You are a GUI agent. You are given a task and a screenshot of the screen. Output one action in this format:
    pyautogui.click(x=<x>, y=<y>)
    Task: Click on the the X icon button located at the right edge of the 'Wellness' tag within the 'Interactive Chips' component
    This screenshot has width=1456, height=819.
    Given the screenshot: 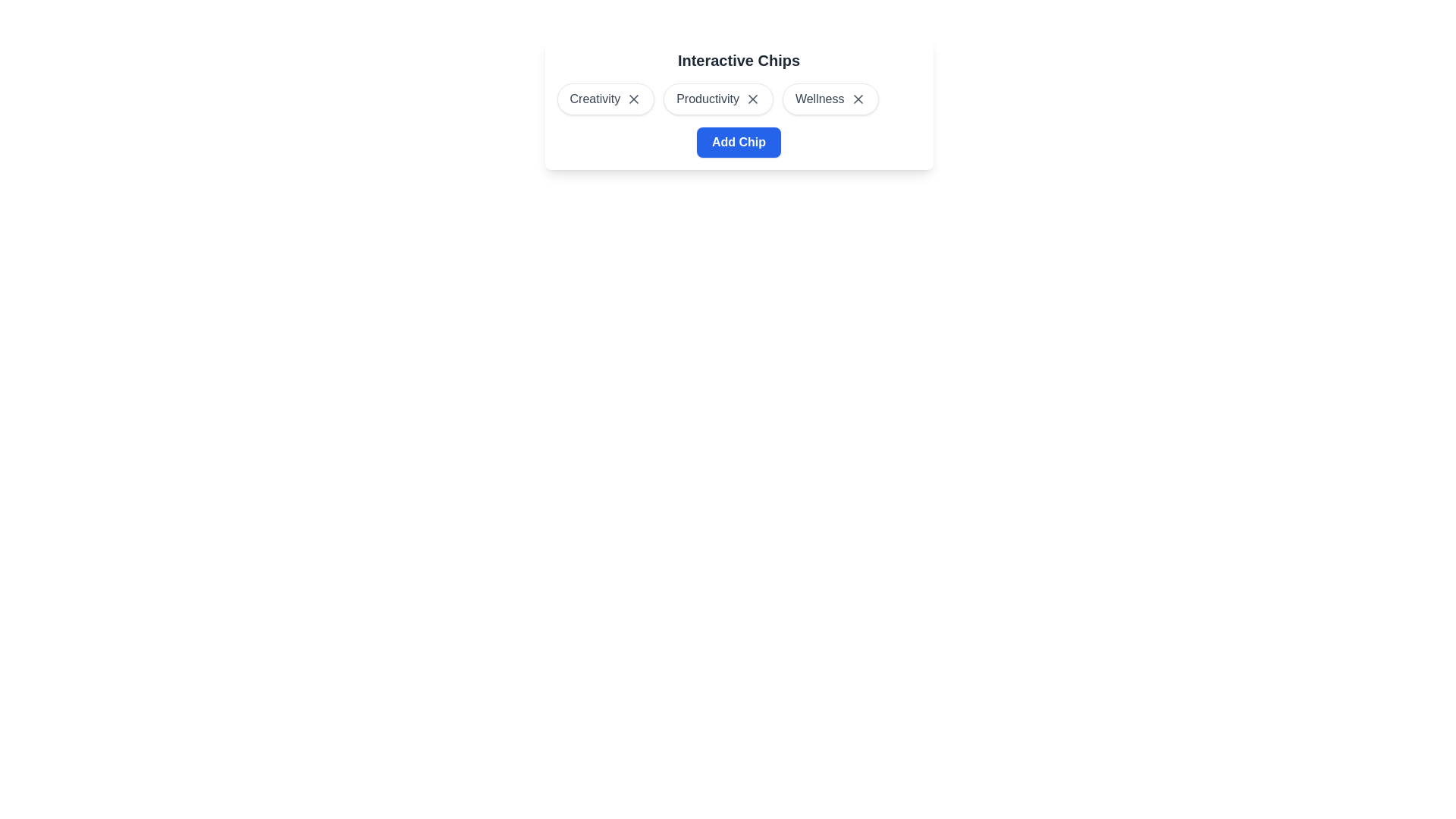 What is the action you would take?
    pyautogui.click(x=858, y=99)
    